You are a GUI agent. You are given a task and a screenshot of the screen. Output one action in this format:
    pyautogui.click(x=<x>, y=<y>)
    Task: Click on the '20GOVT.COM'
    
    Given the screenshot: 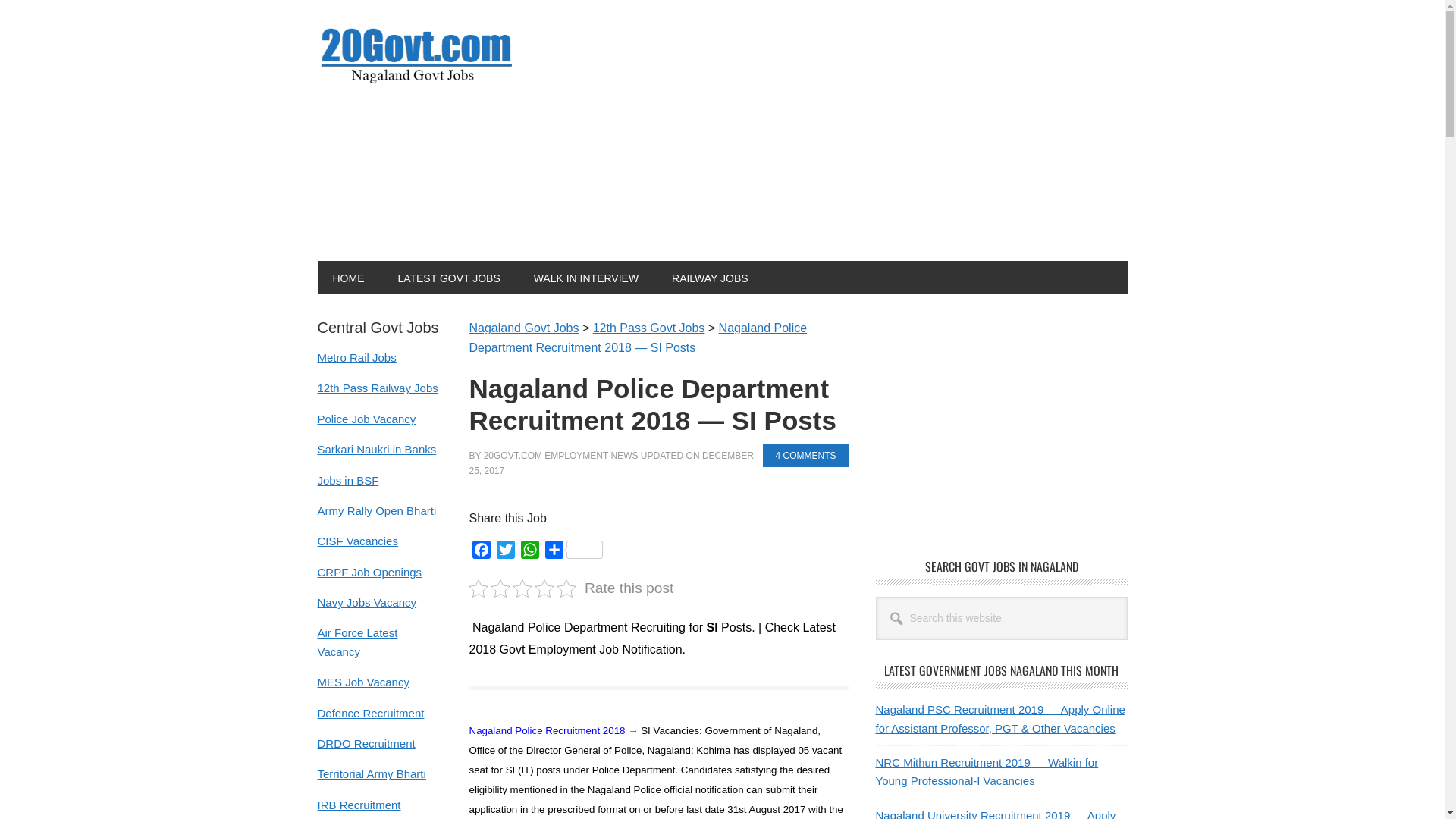 What is the action you would take?
    pyautogui.click(x=513, y=455)
    